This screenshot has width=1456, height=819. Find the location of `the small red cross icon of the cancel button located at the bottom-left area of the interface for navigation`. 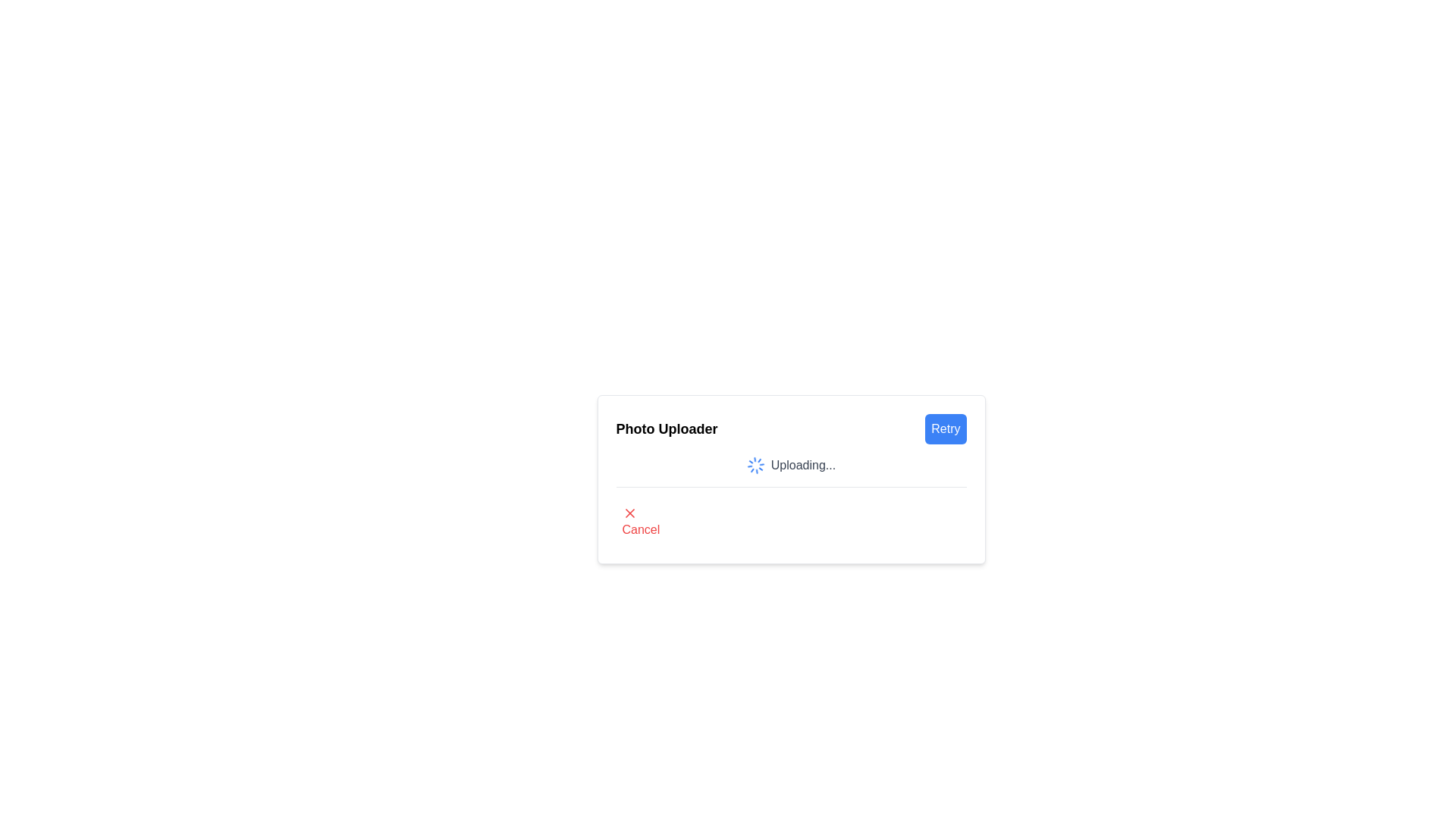

the small red cross icon of the cancel button located at the bottom-left area of the interface for navigation is located at coordinates (629, 513).